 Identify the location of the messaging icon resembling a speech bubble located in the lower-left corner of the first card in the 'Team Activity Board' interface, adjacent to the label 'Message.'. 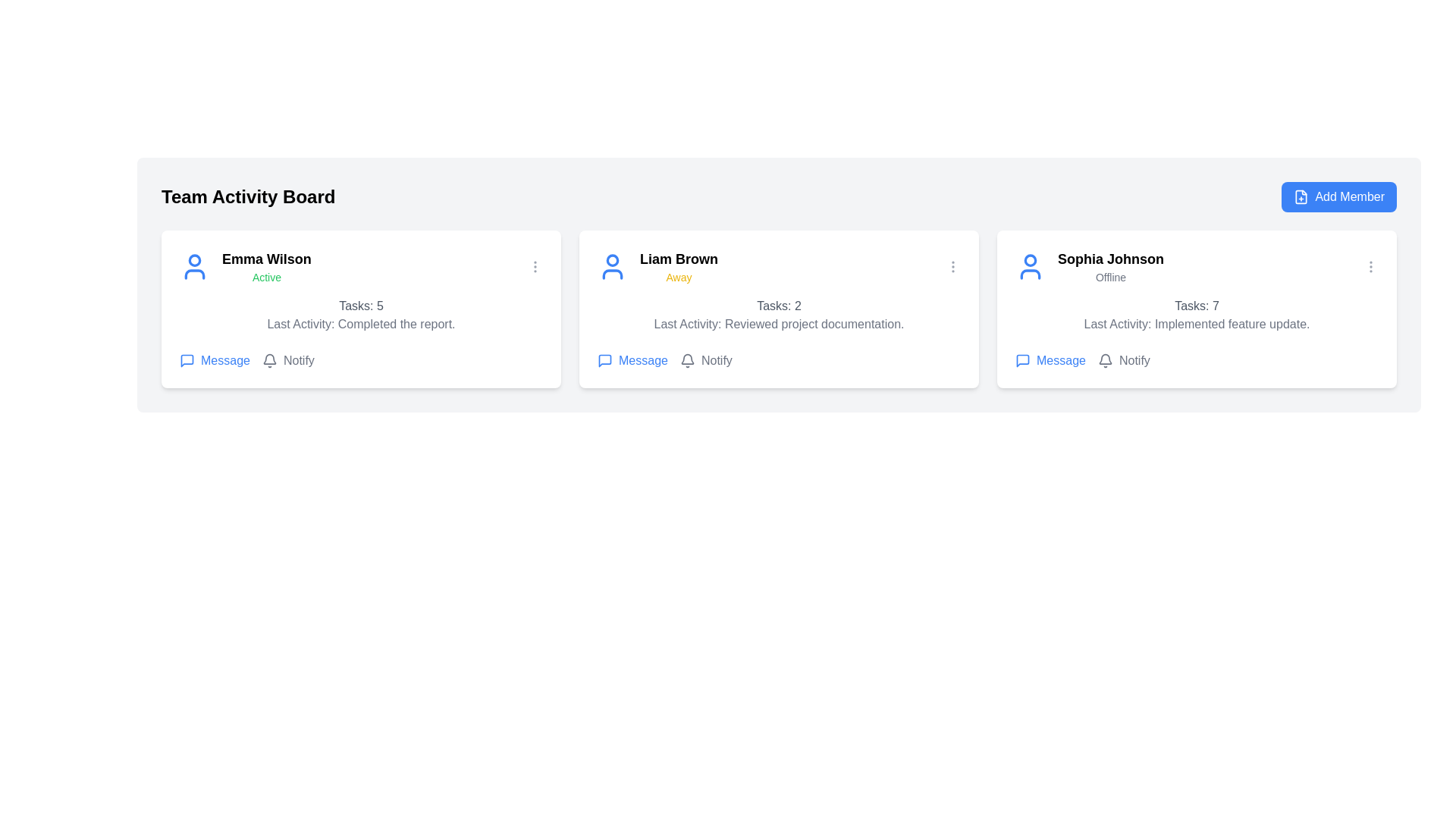
(186, 360).